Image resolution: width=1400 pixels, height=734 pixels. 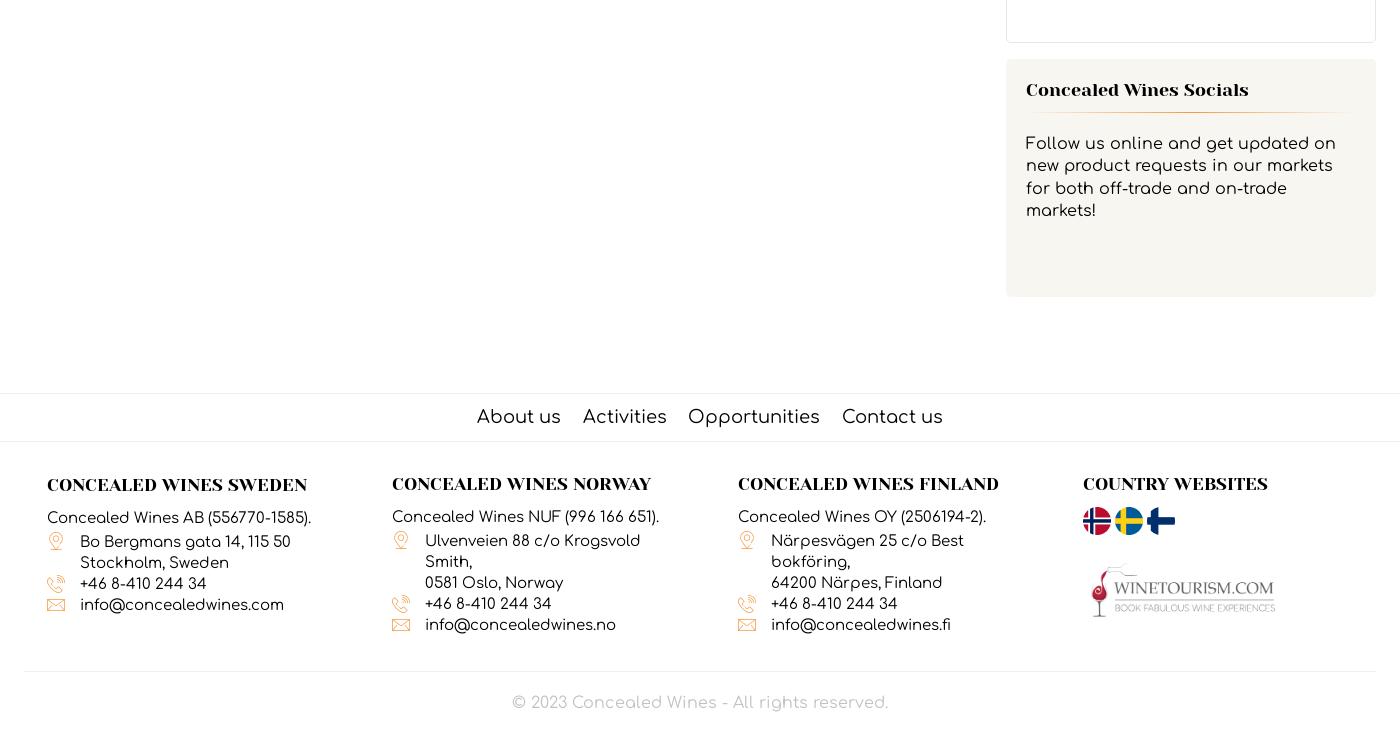 I want to click on 'Ulvenveien 88 c/o Krogsvold Smith,', so click(x=532, y=550).